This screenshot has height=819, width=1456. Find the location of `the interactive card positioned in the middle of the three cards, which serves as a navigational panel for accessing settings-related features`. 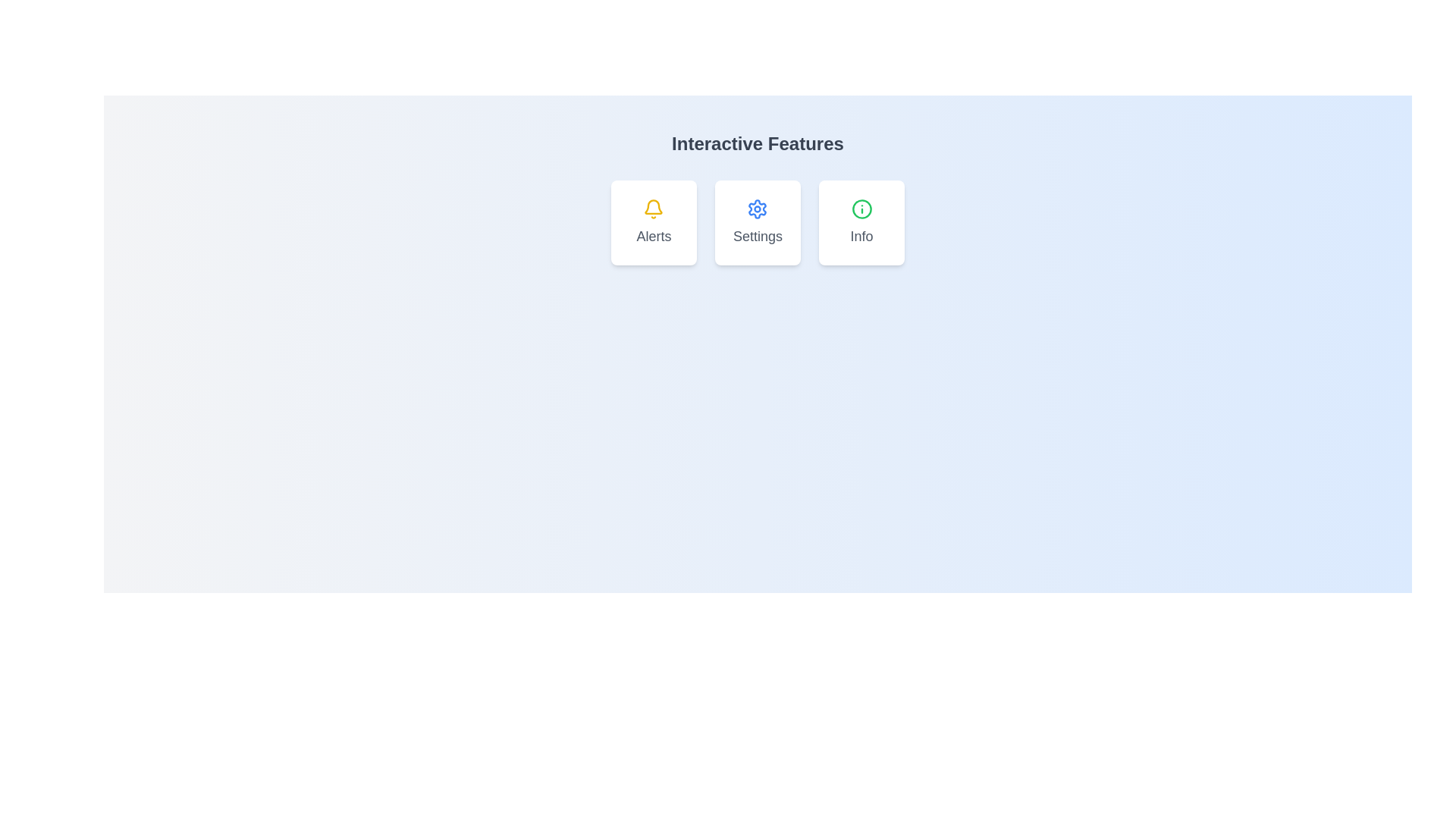

the interactive card positioned in the middle of the three cards, which serves as a navigational panel for accessing settings-related features is located at coordinates (758, 222).